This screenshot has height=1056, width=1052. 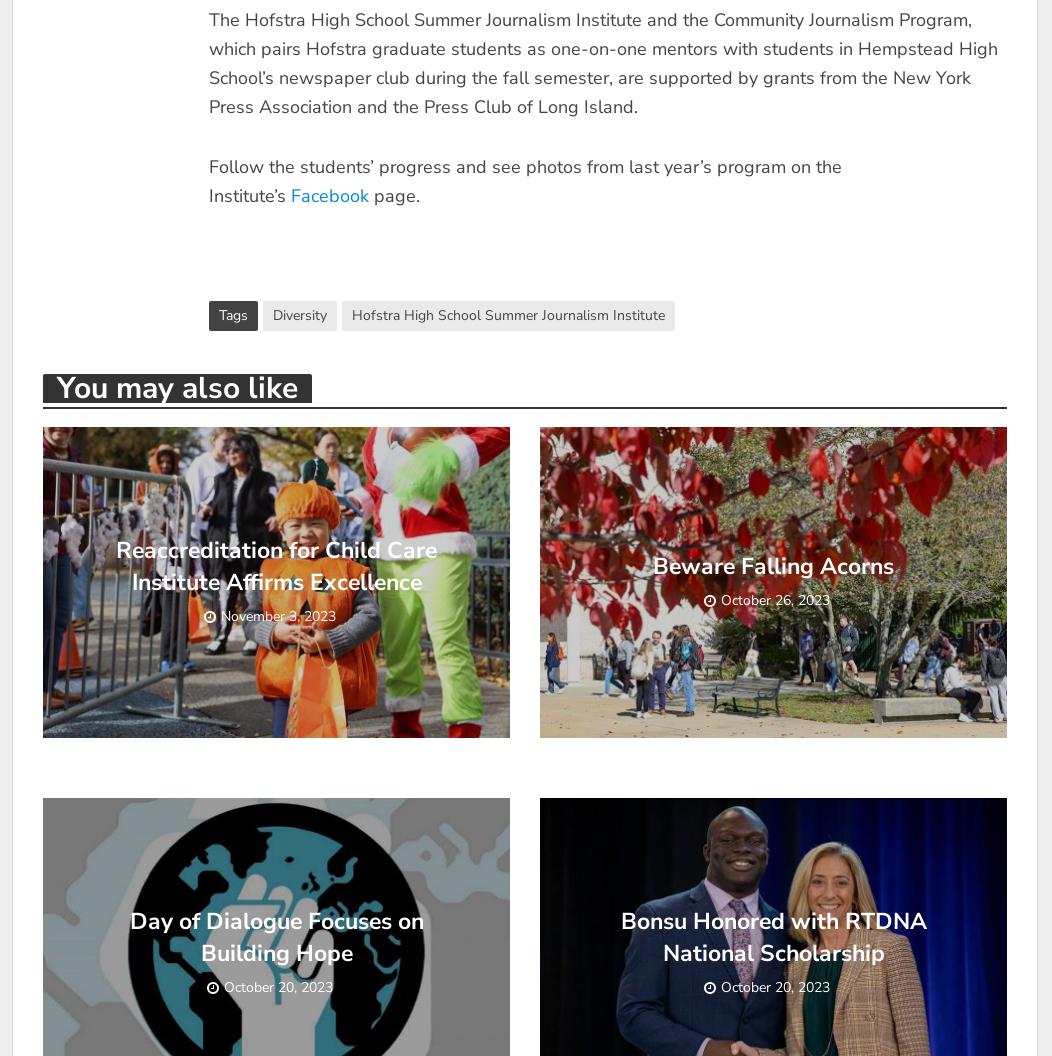 I want to click on 'Beware Falling Acorns', so click(x=772, y=565).